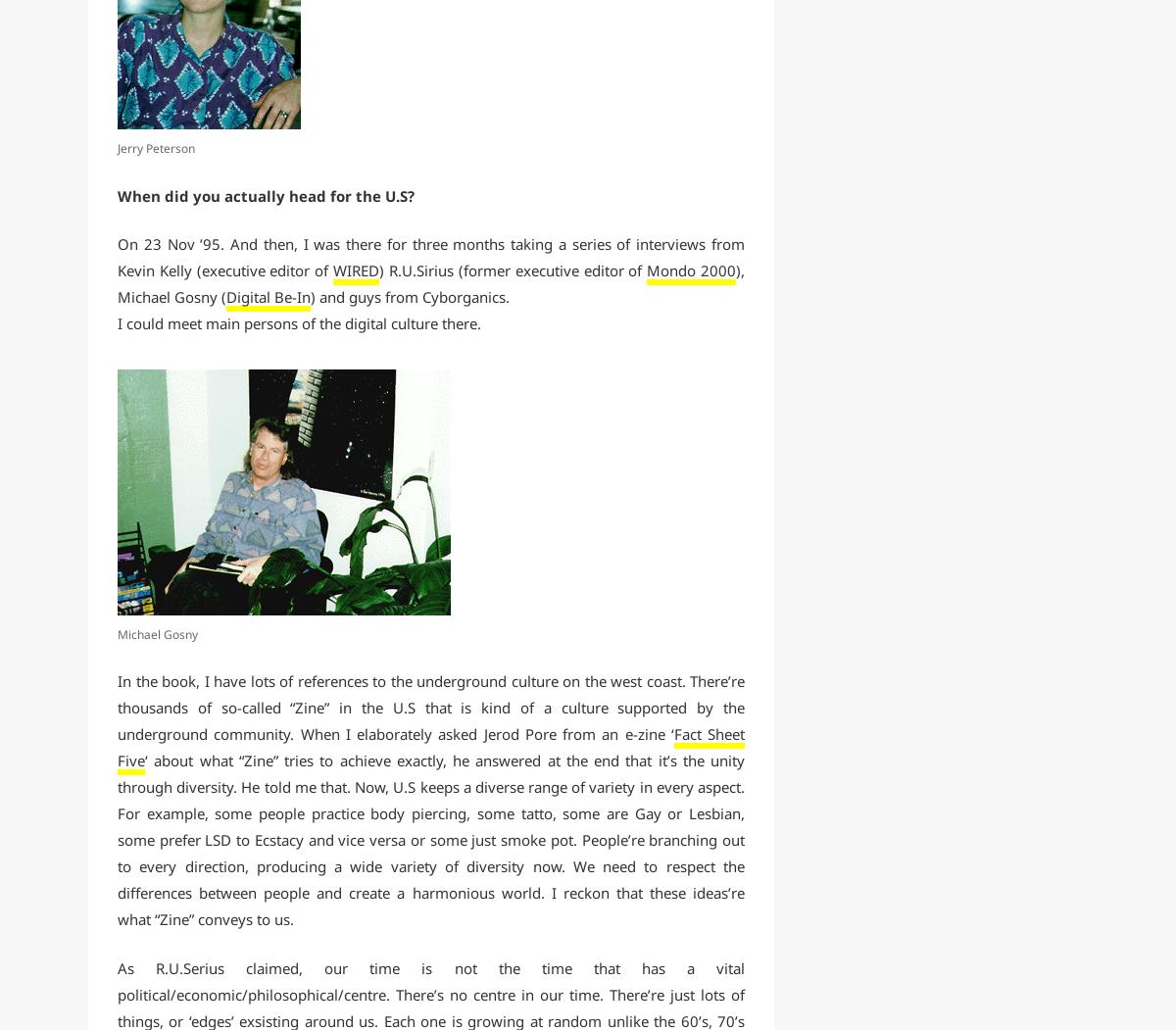  I want to click on 'WIRED', so click(356, 270).